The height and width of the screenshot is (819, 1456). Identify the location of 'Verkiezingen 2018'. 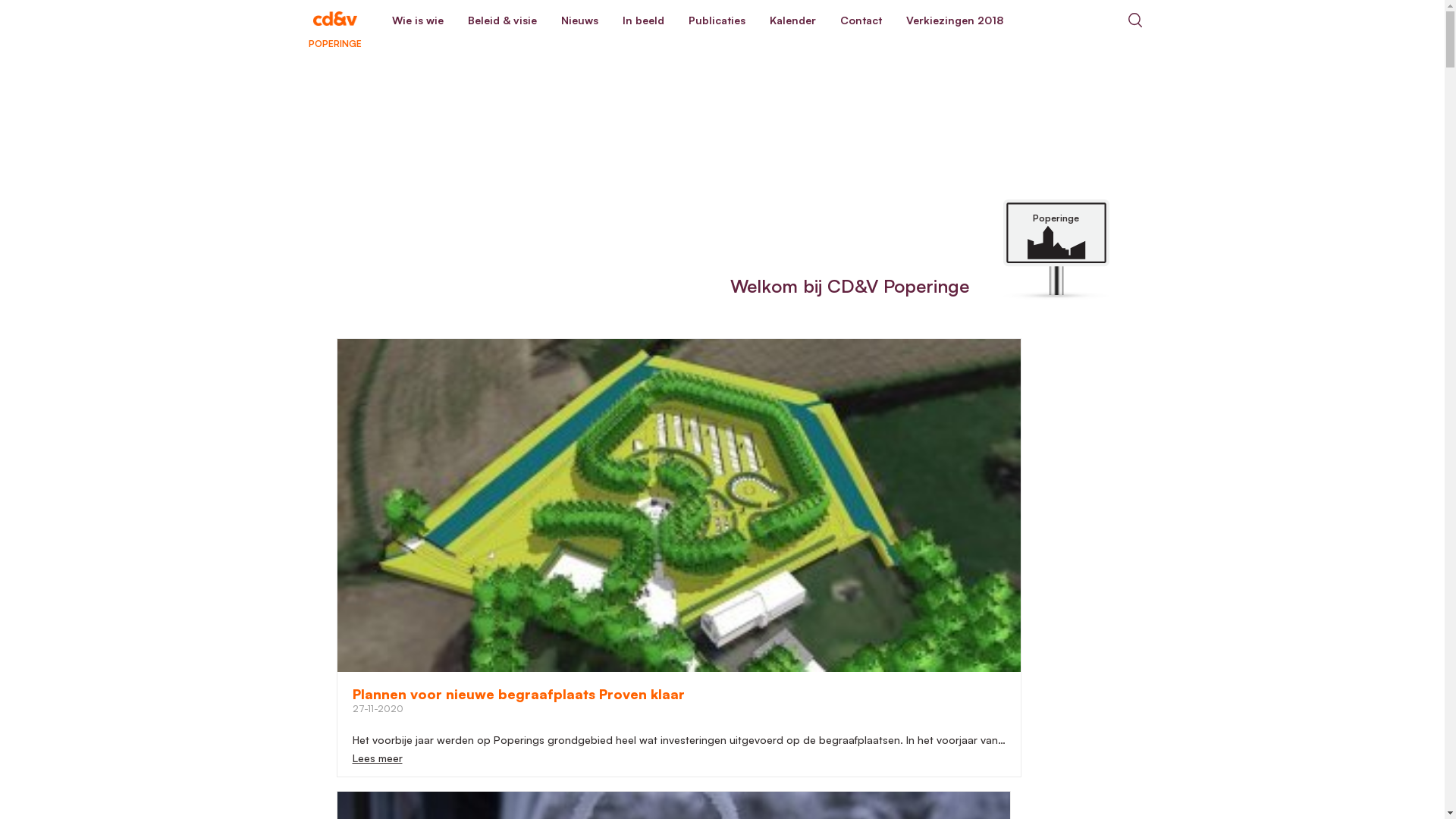
(893, 20).